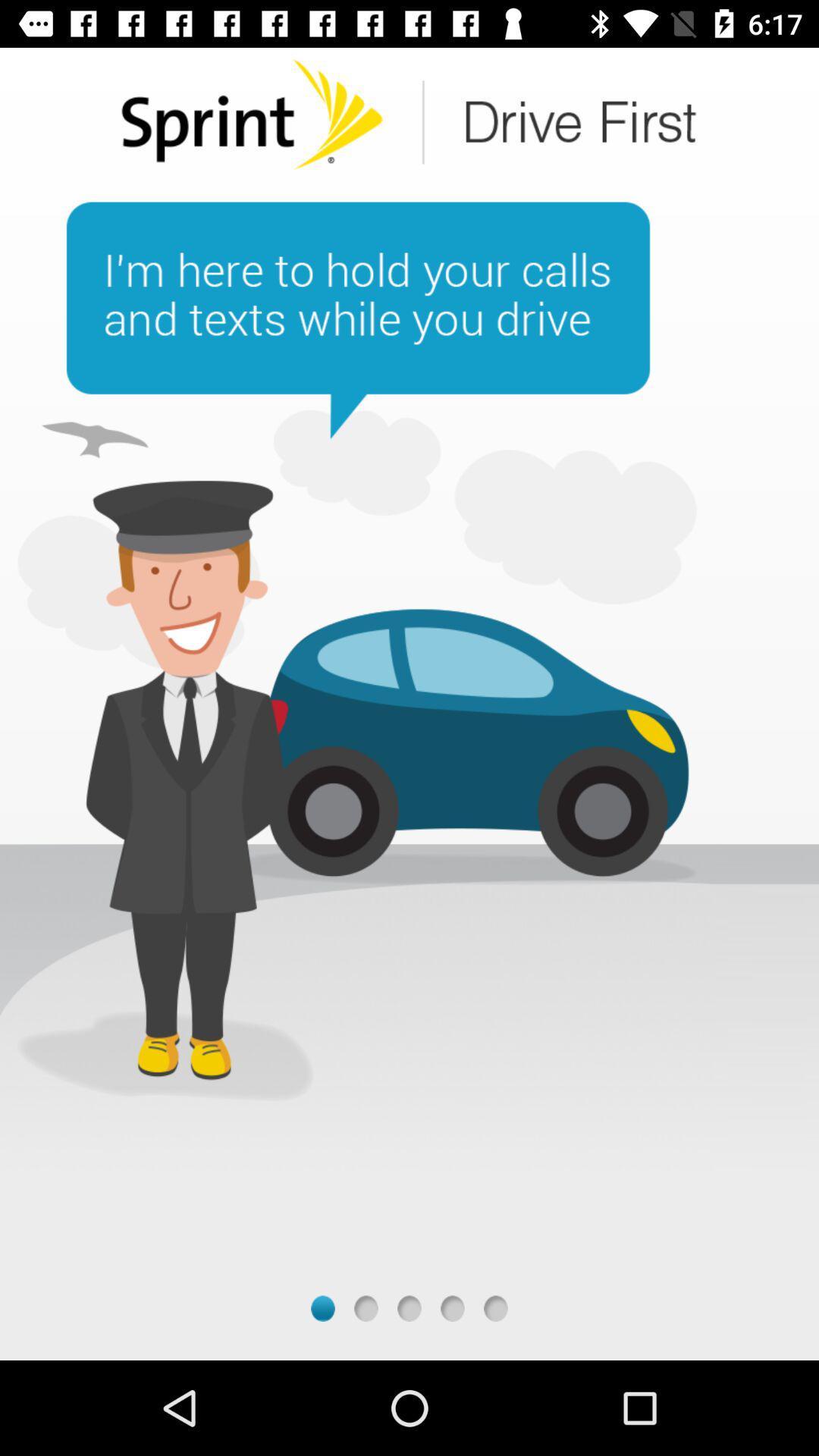  I want to click on the fourth page, so click(452, 1307).